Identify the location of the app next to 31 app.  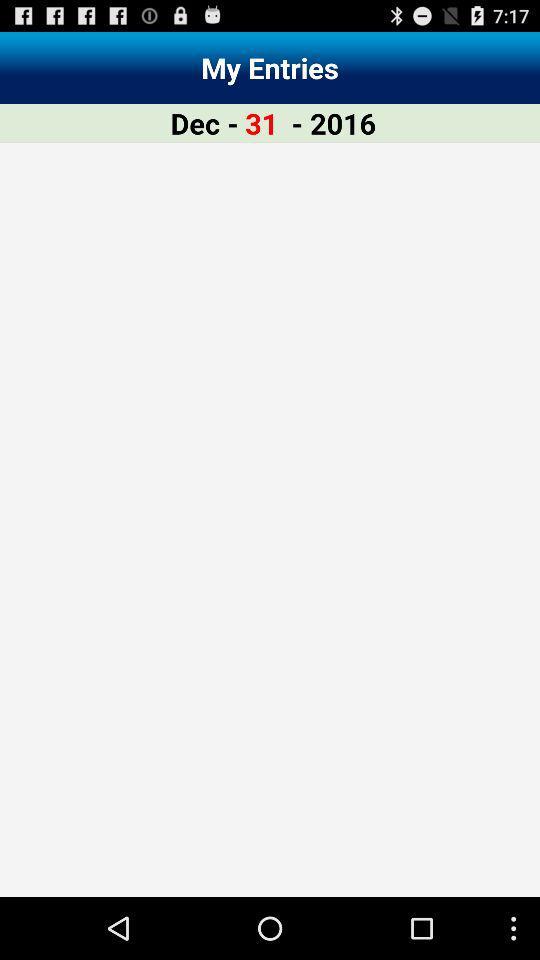
(203, 122).